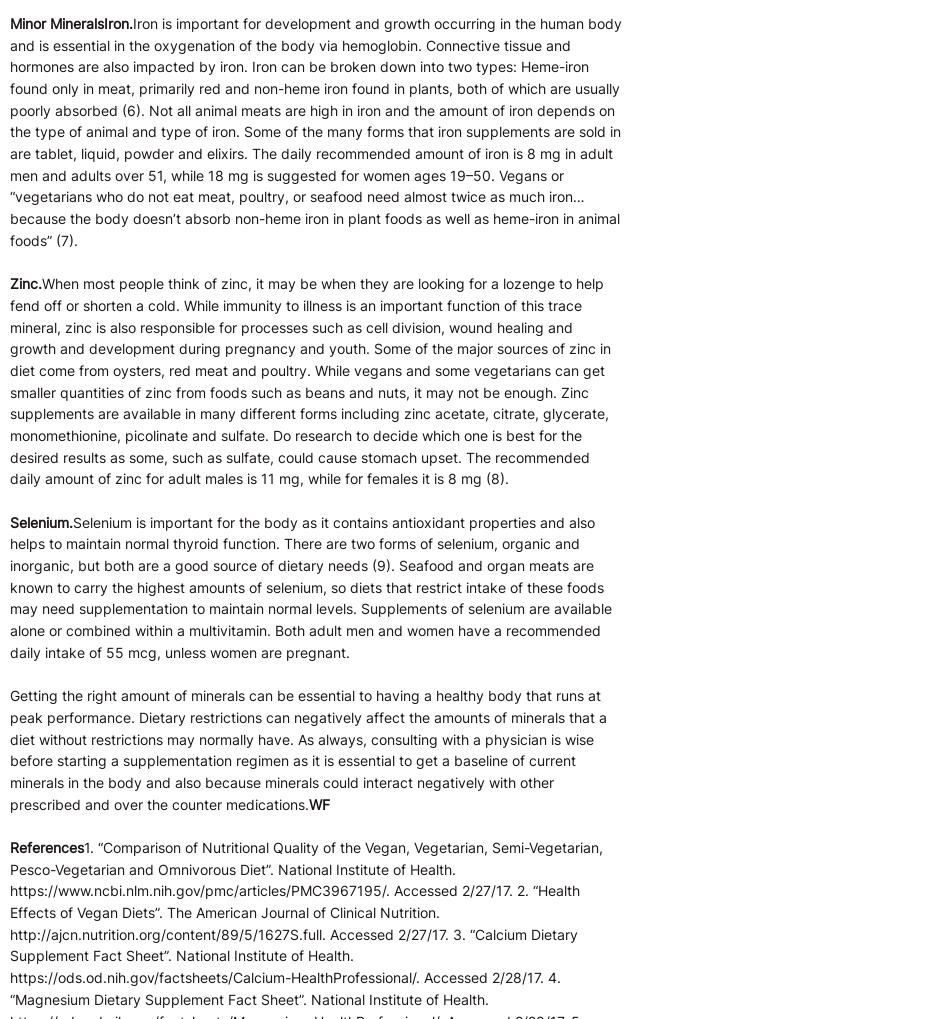 The height and width of the screenshot is (1019, 950). Describe the element at coordinates (309, 380) in the screenshot. I see `'When most people think of zinc, it may be when they are looking for a lozenge to help fend off or shorten a cold. While immunity to illness is an important function of this trace mineral, zinc is also responsible for processes such as cell division, wound healing and growth and development during pregnancy and youth. Some of the major sources of zinc in diet come from oysters, red meat and poultry. While vegans and some vegetarians can get smaller quantities of zinc from foods such as beans and nuts, it may not be enough. Zinc supplements are available in many different forms including zinc acetate, citrate, glycerate, monomethionine, picolinate and sulfate. Do research to decide which one is best for the desired results as some, such as sulfate, could cause stomach upset. The recommended daily amount of zinc for adult males is 11 mg, while for females it is 8 mg (8).'` at that location.